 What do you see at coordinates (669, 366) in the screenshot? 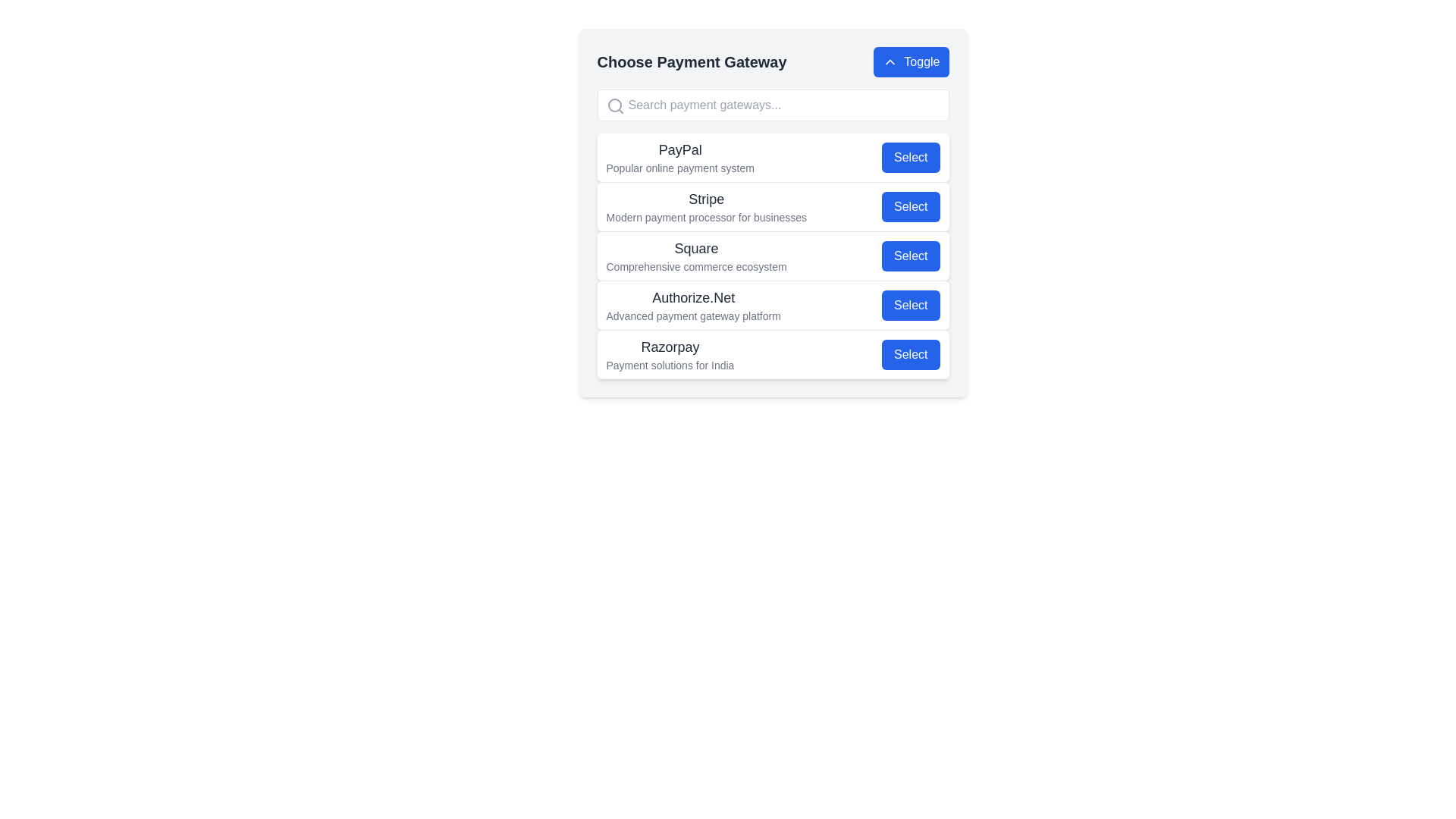
I see `the text label that reads 'Payment solutions for India', which is a small, gray, secondary text aligned below the bold primary label 'Razorpay'` at bounding box center [669, 366].